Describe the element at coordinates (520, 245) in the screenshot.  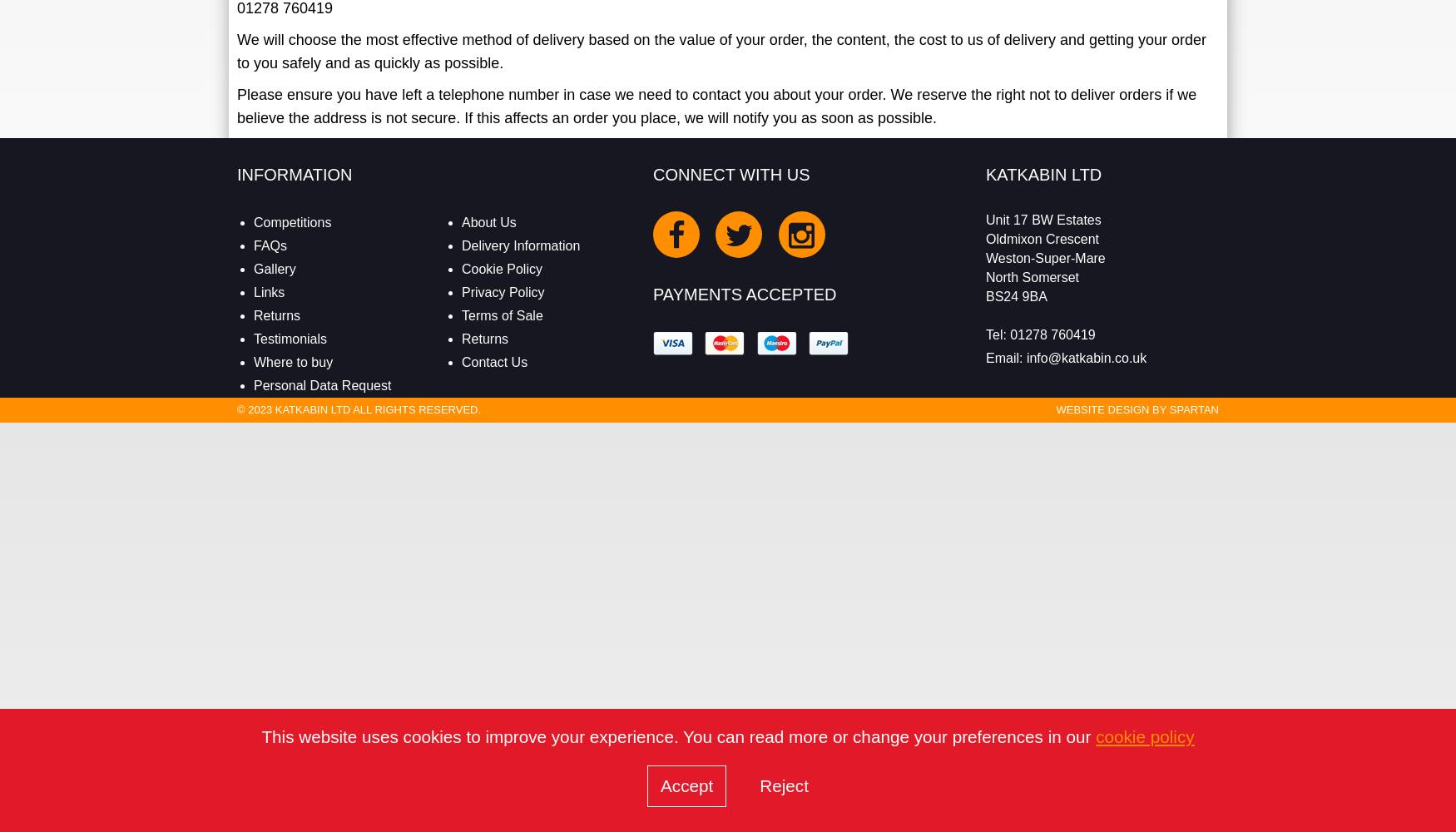
I see `'Delivery Information'` at that location.